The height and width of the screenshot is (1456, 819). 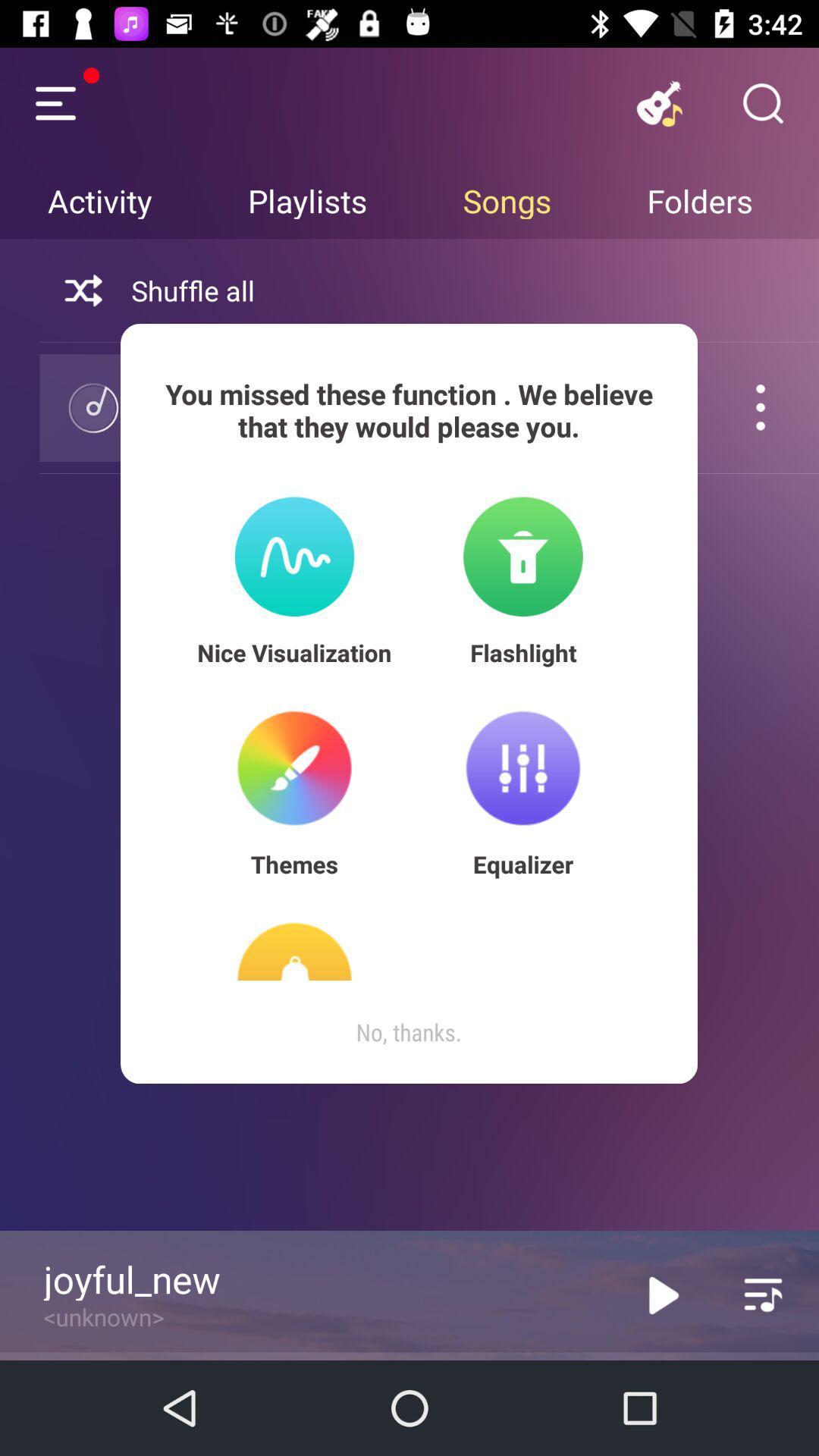 What do you see at coordinates (294, 864) in the screenshot?
I see `themes app` at bounding box center [294, 864].